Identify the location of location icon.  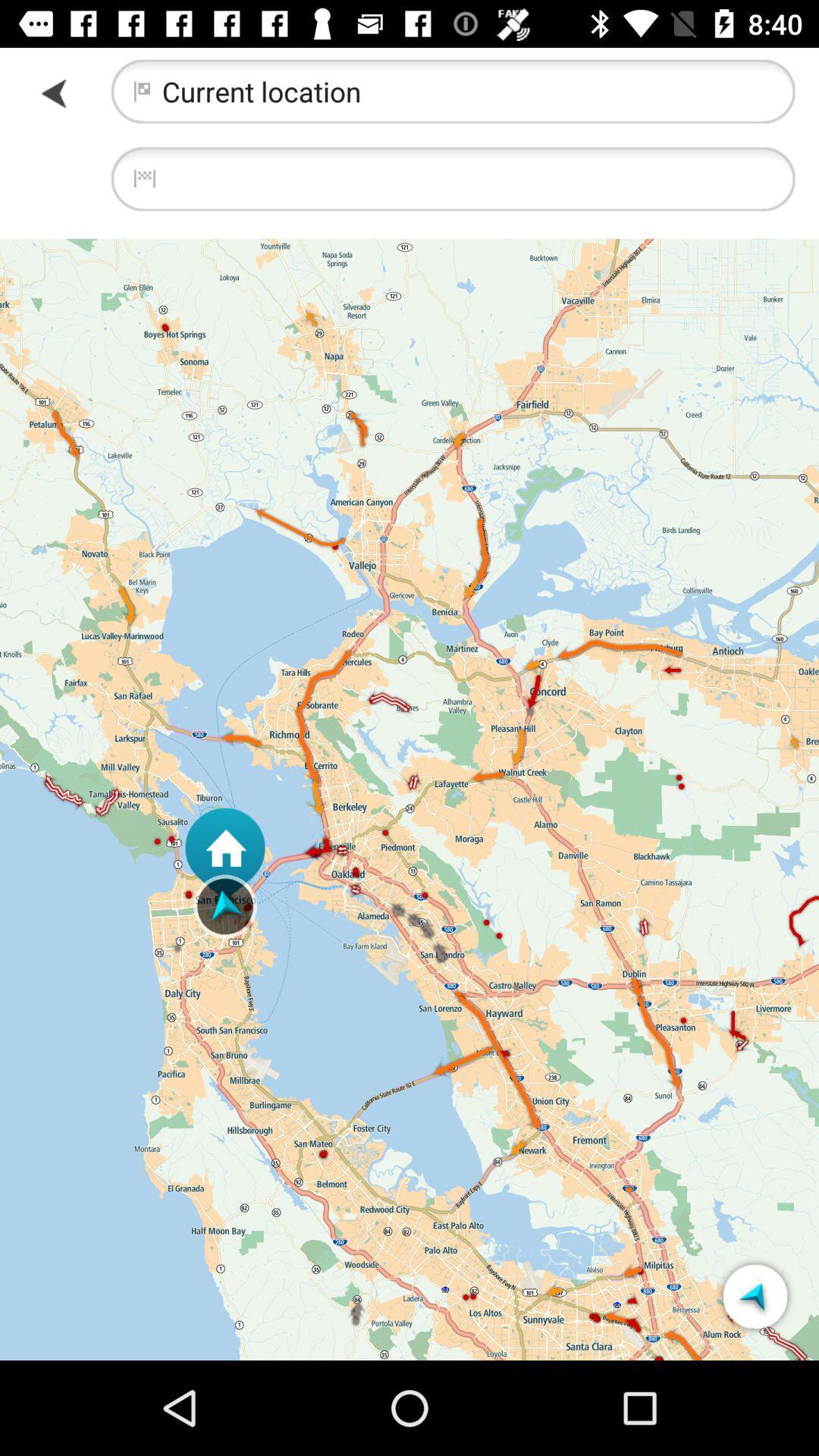
(755, 1295).